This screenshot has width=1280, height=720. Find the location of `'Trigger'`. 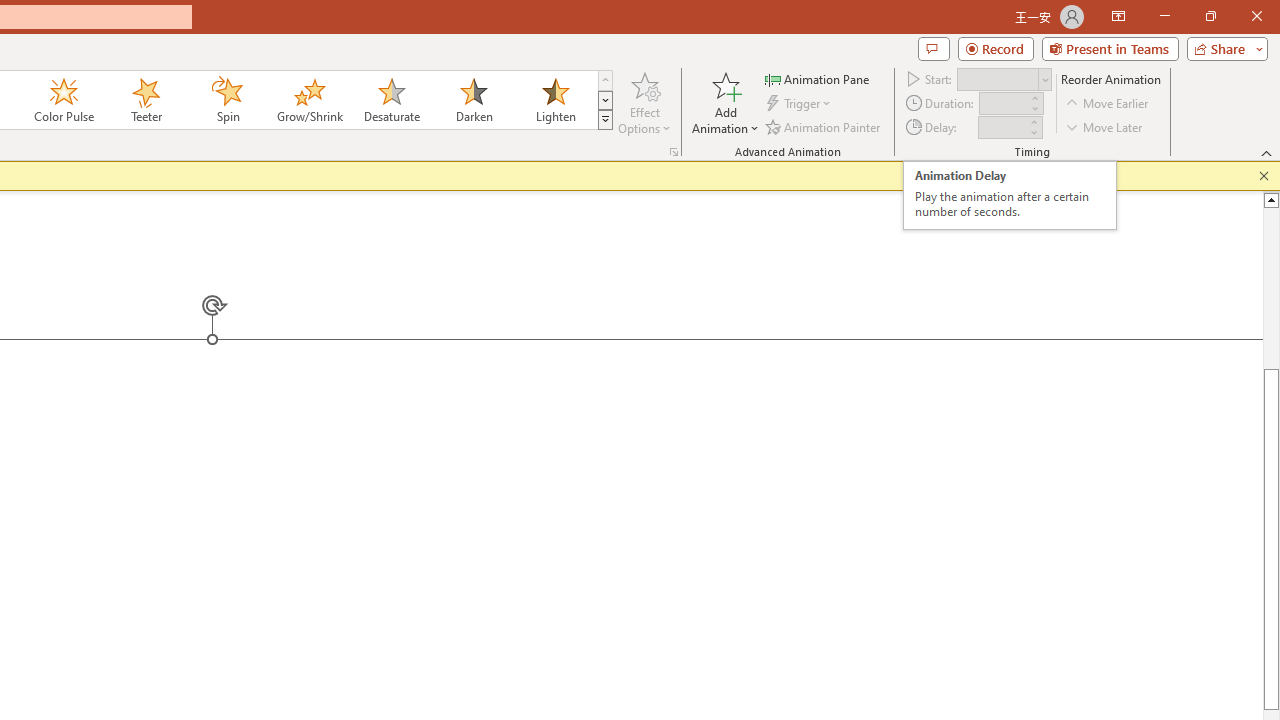

'Trigger' is located at coordinates (800, 103).